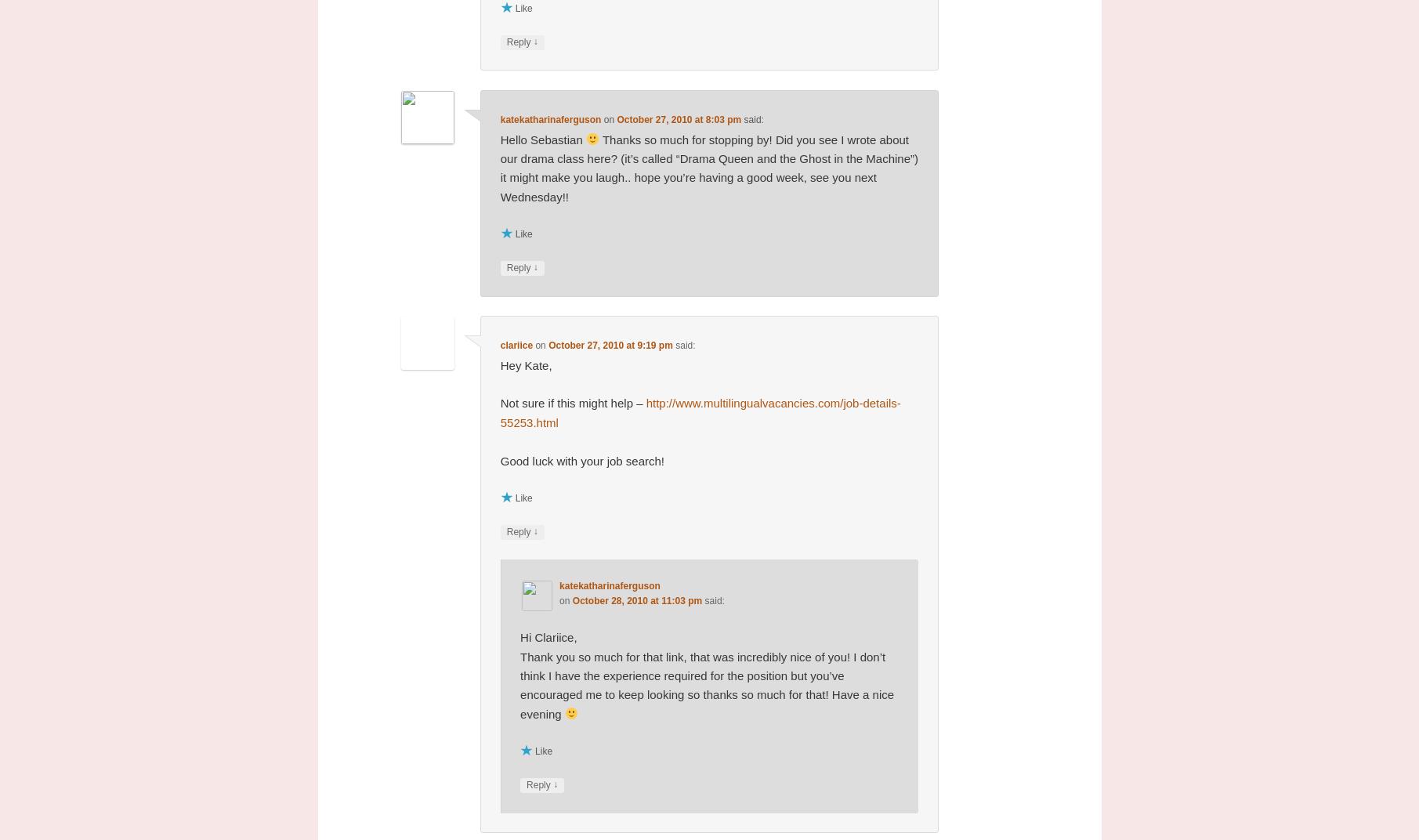  Describe the element at coordinates (500, 459) in the screenshot. I see `'Good luck with your job search!'` at that location.